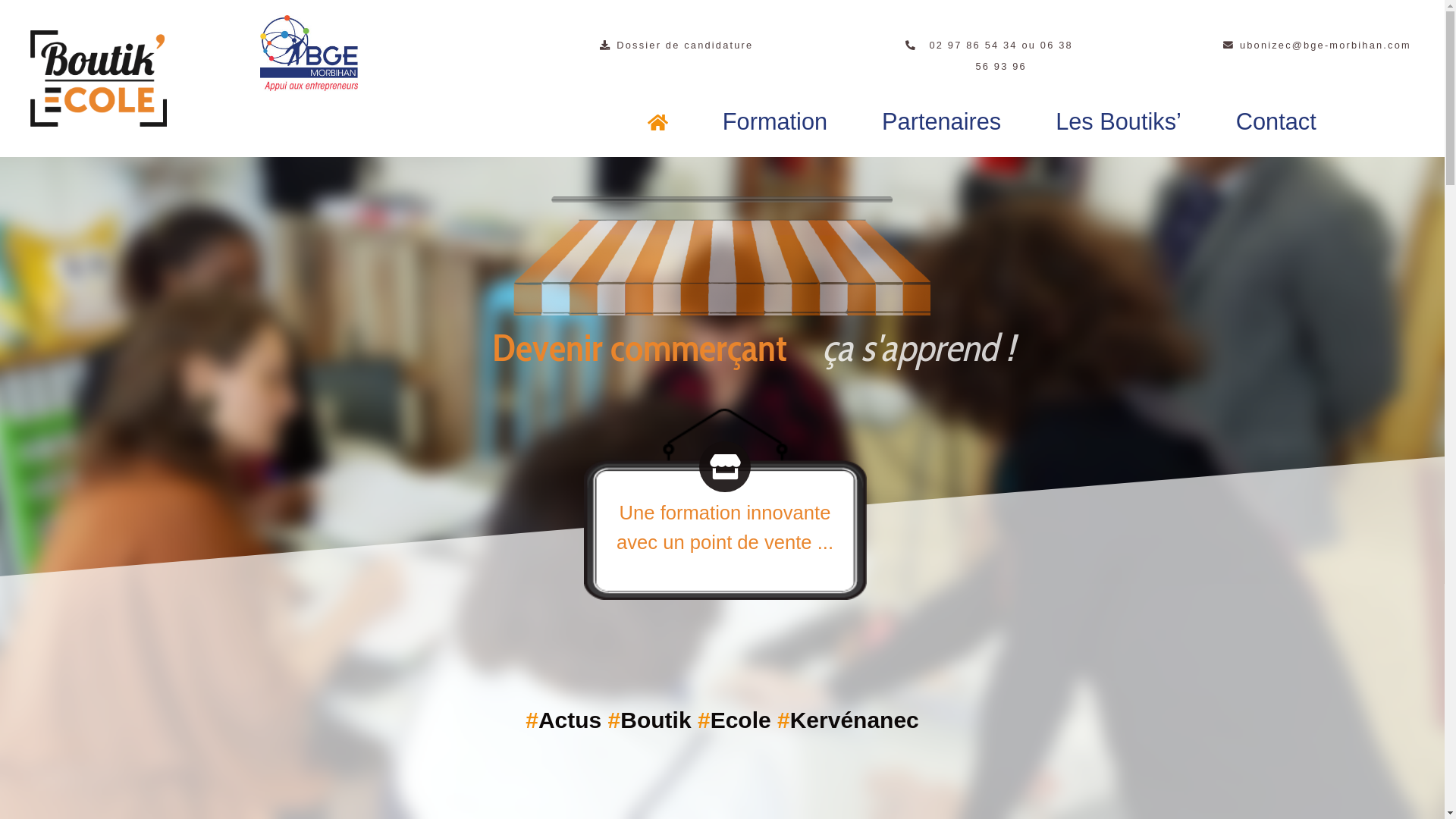 The height and width of the screenshot is (819, 1456). What do you see at coordinates (1276, 121) in the screenshot?
I see `'Contact'` at bounding box center [1276, 121].